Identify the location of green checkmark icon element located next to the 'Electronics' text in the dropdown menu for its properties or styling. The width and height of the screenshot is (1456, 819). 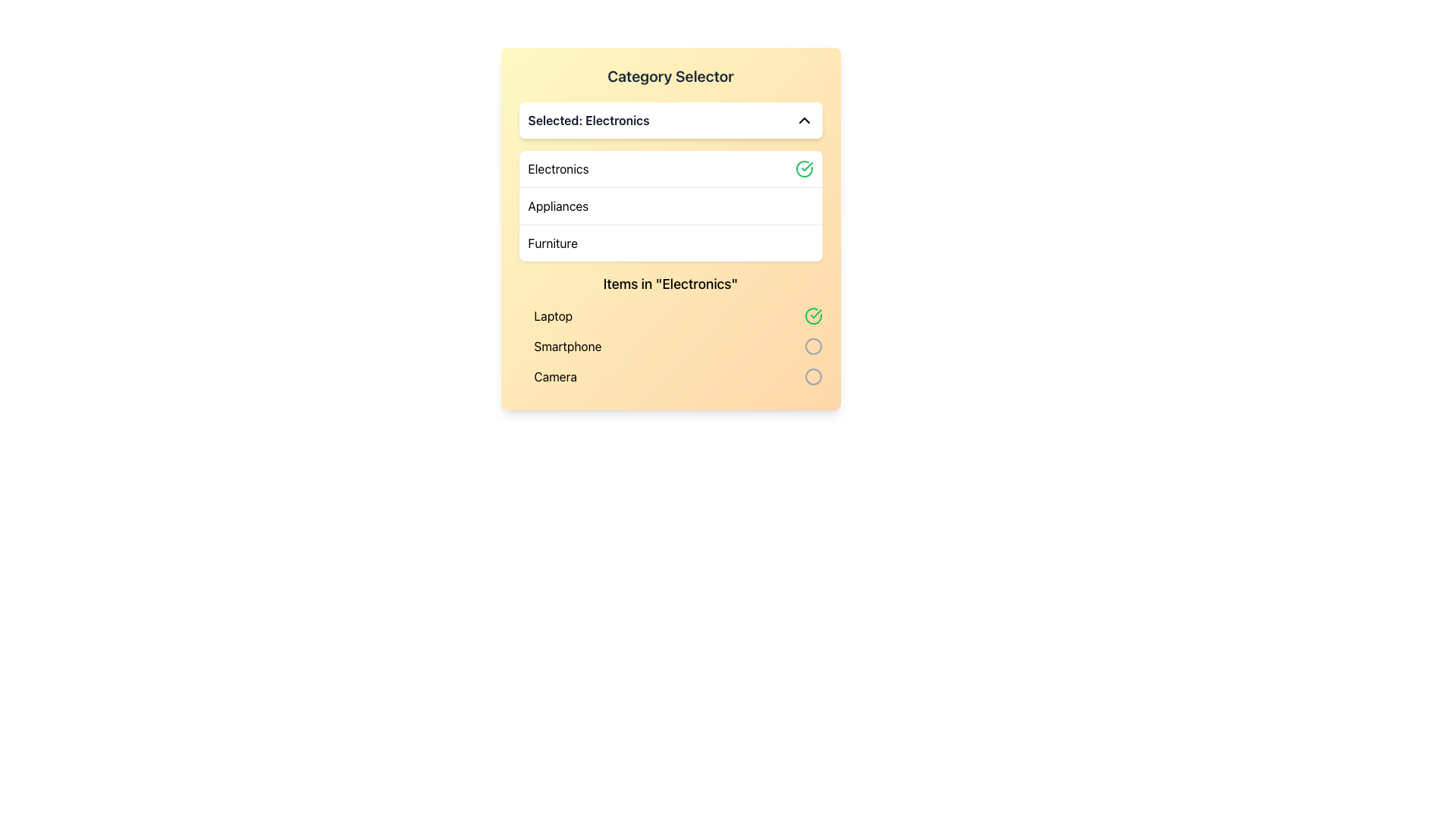
(814, 312).